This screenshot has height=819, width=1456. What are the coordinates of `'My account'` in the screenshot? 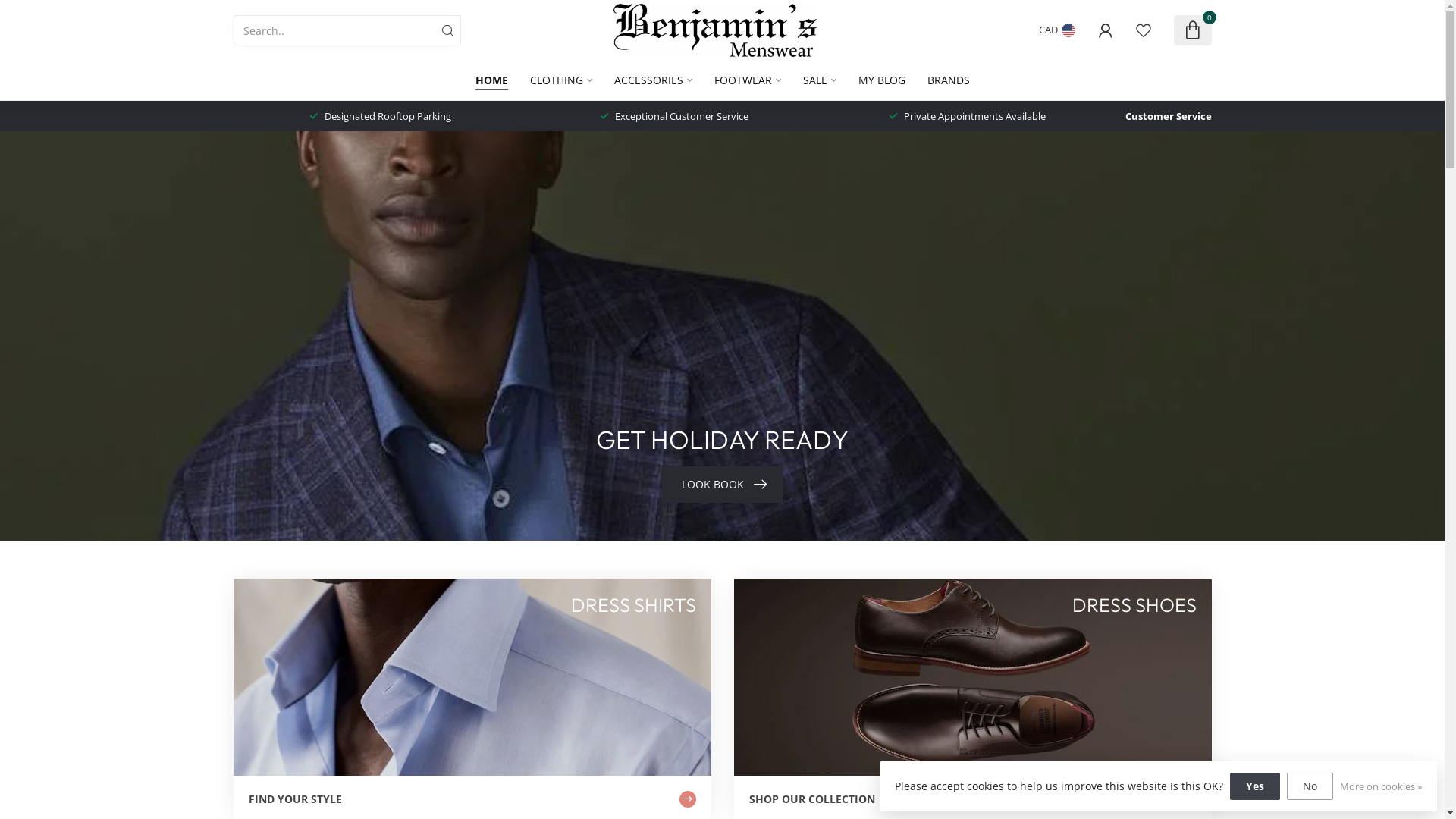 It's located at (1105, 30).